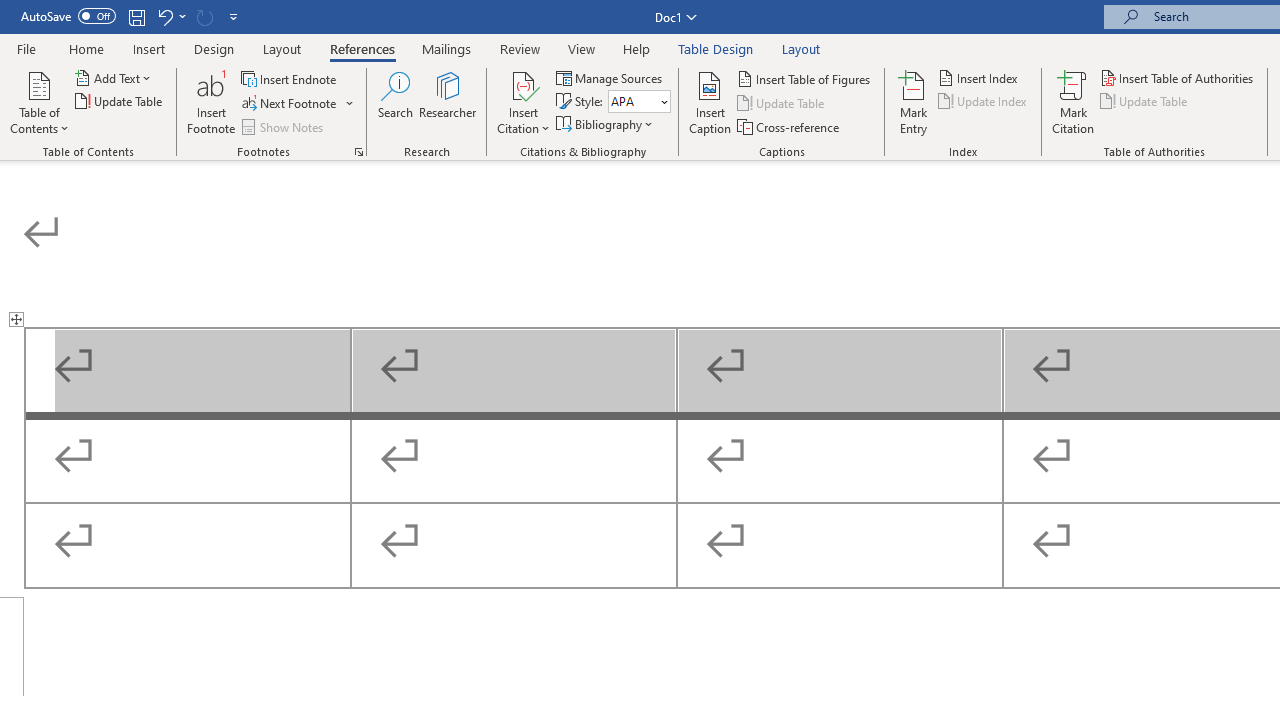 The image size is (1280, 720). I want to click on 'Can', so click(204, 16).